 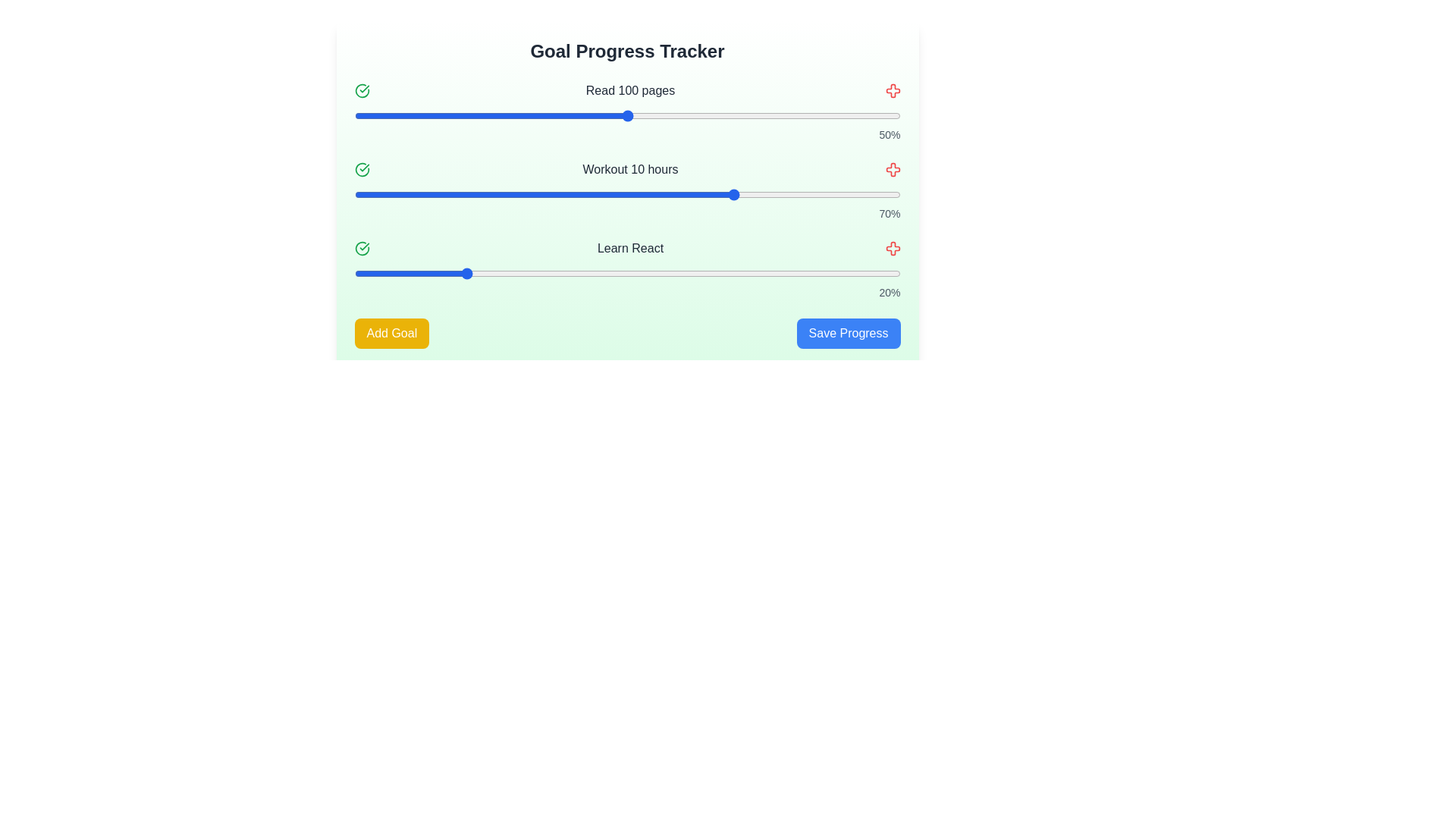 I want to click on the progress slider for the goal 'Read 100 pages' to 1%, so click(x=359, y=115).